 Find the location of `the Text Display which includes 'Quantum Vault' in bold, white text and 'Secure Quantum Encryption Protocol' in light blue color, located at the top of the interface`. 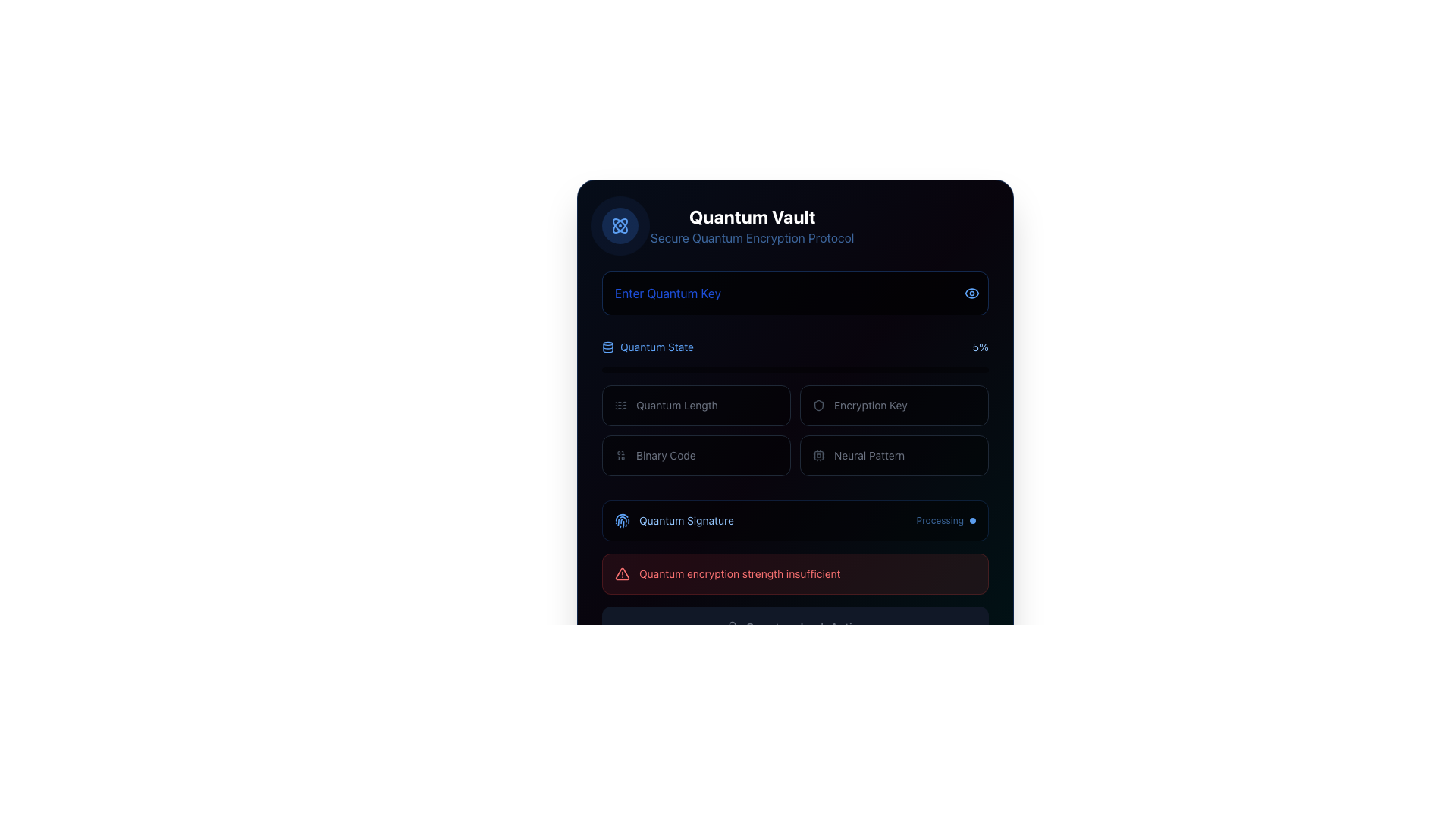

the Text Display which includes 'Quantum Vault' in bold, white text and 'Secure Quantum Encryption Protocol' in light blue color, located at the top of the interface is located at coordinates (752, 225).